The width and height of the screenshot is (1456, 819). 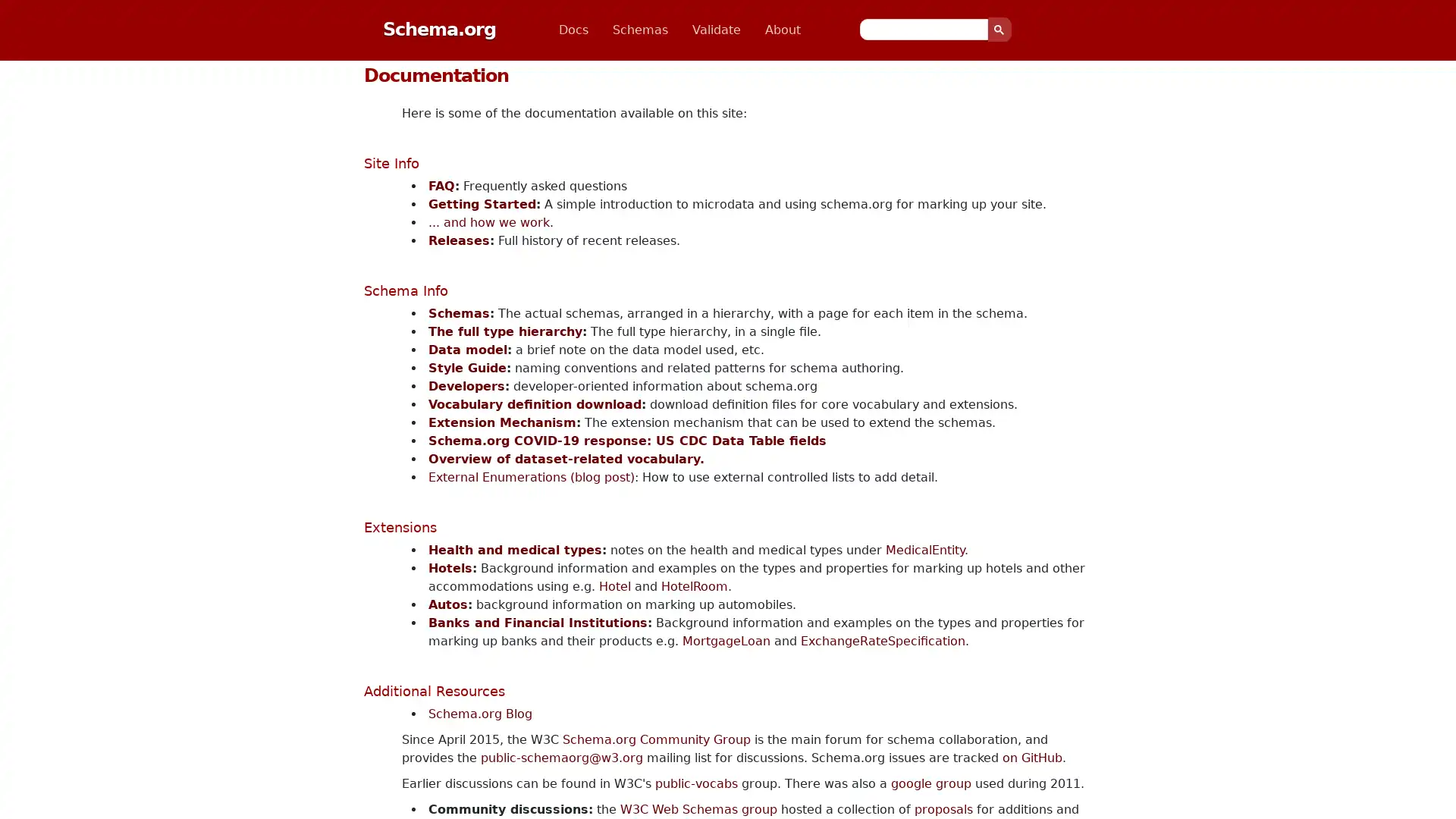 I want to click on search, so click(x=999, y=29).